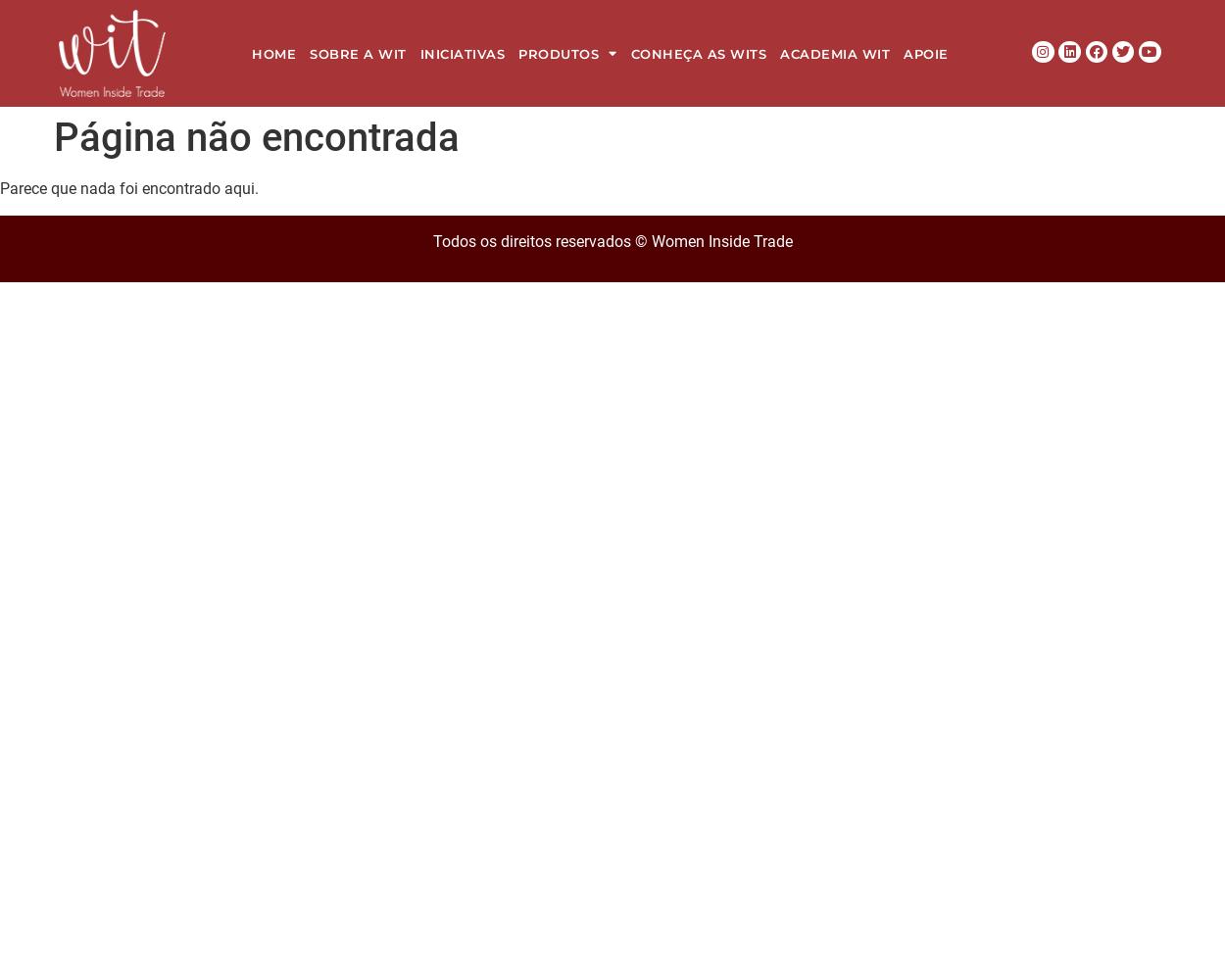 This screenshot has height=980, width=1225. What do you see at coordinates (558, 53) in the screenshot?
I see `'Produtos'` at bounding box center [558, 53].